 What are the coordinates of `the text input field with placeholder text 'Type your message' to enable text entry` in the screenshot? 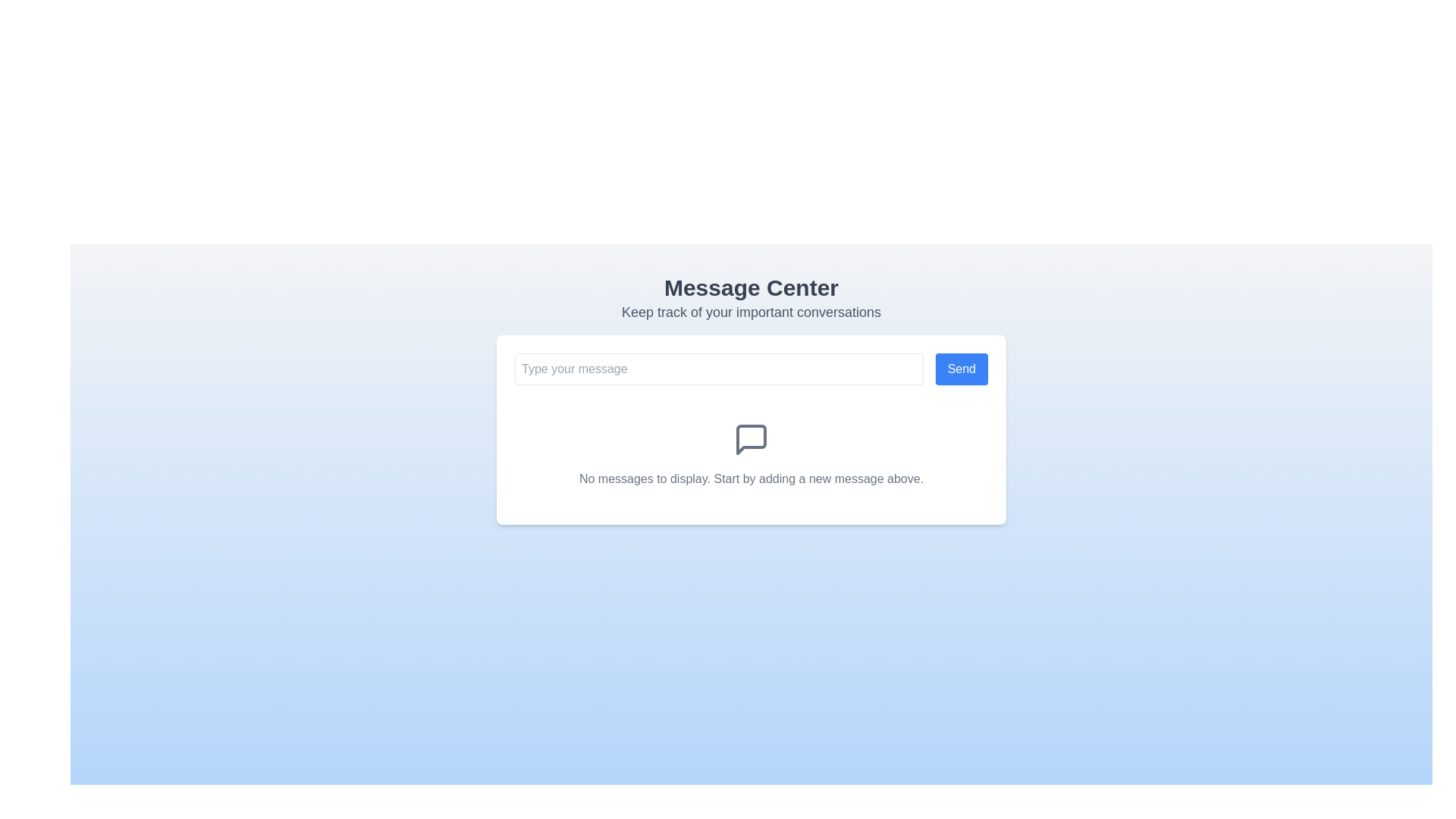 It's located at (718, 369).